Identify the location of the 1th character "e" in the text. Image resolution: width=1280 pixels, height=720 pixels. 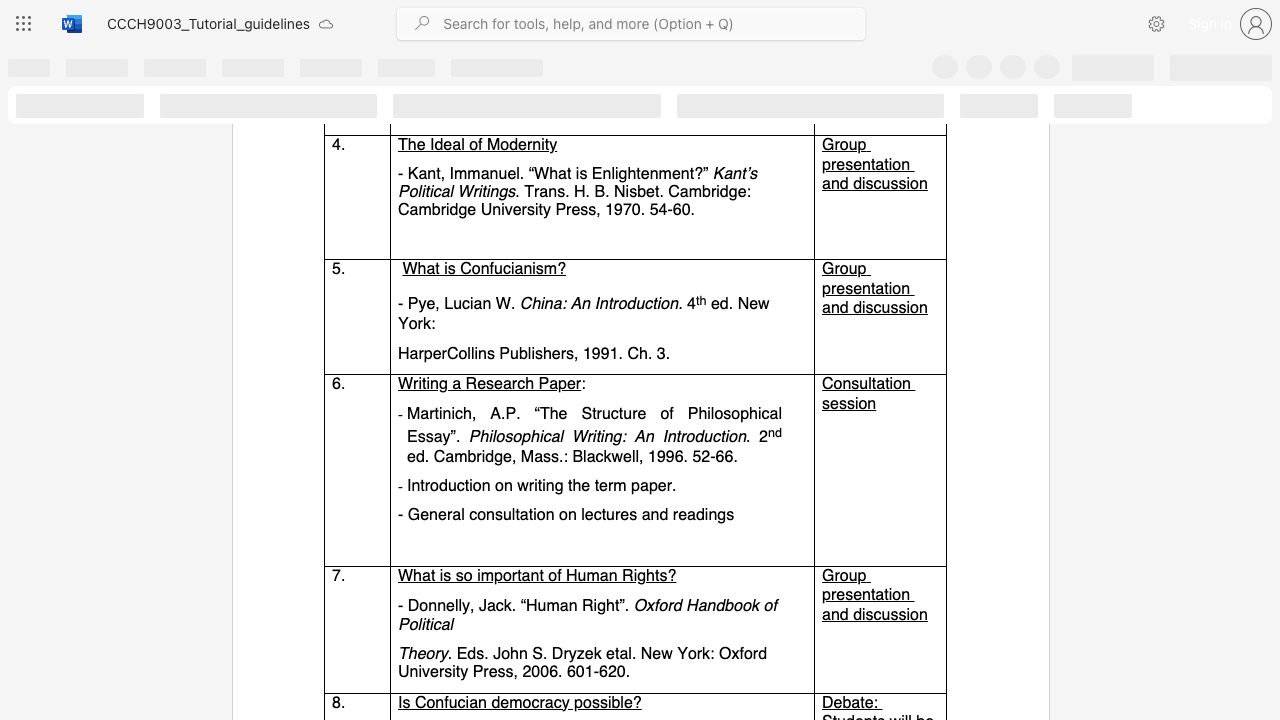
(481, 384).